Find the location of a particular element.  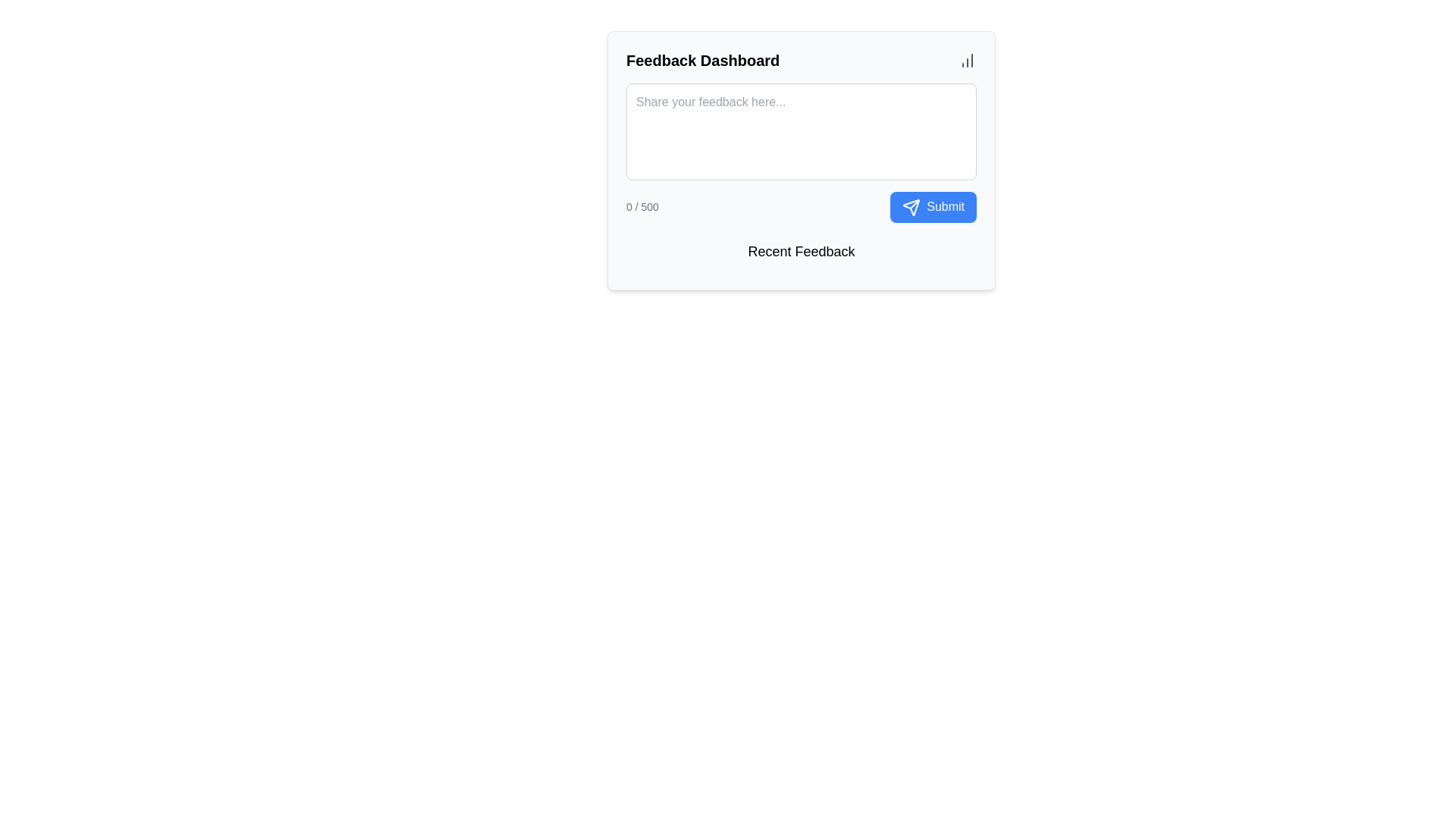

the blue rectangular 'Submit' button with rounded corners is located at coordinates (933, 207).